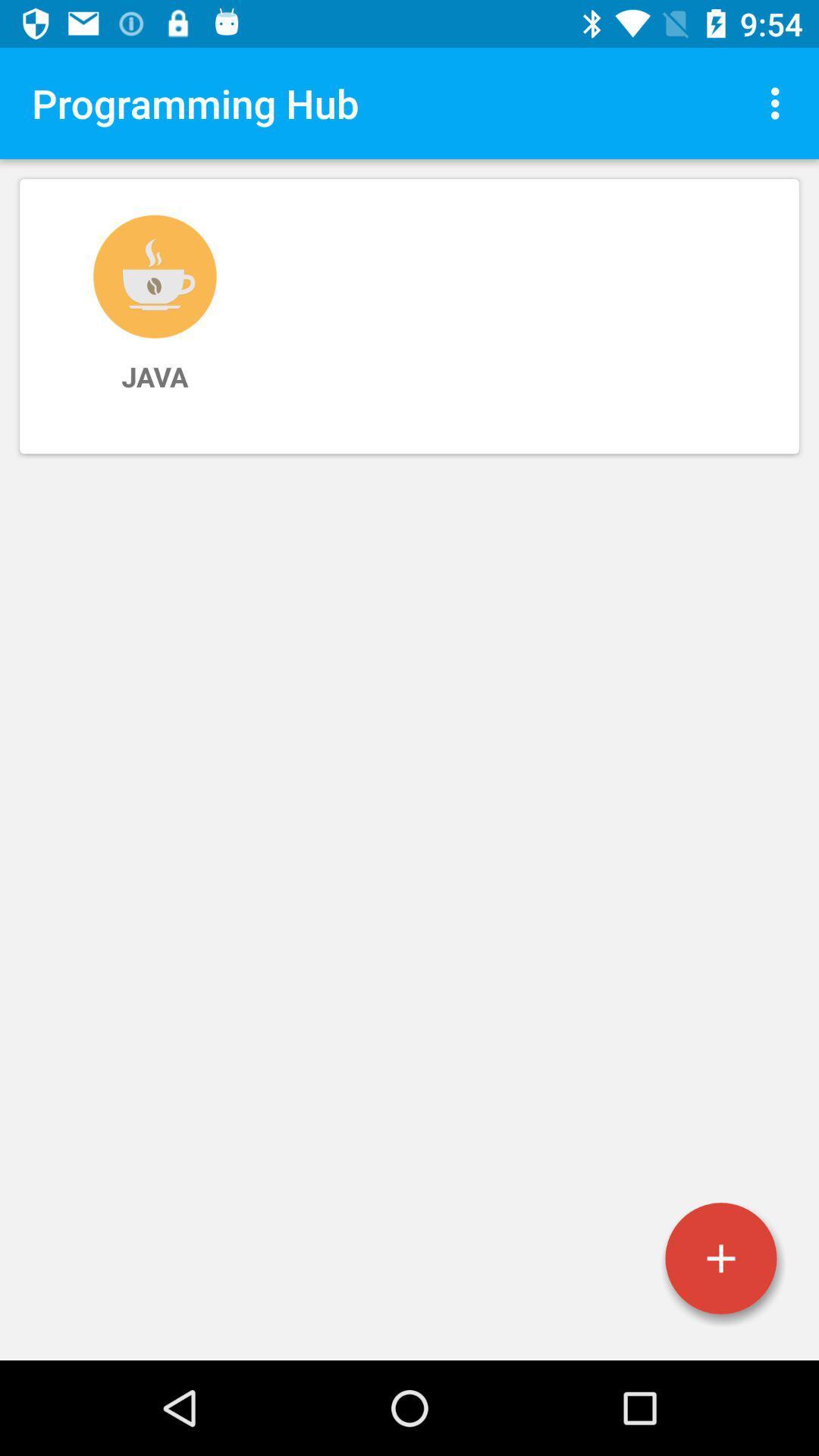 The height and width of the screenshot is (1456, 819). I want to click on the item to the right of the programming hub item, so click(779, 102).